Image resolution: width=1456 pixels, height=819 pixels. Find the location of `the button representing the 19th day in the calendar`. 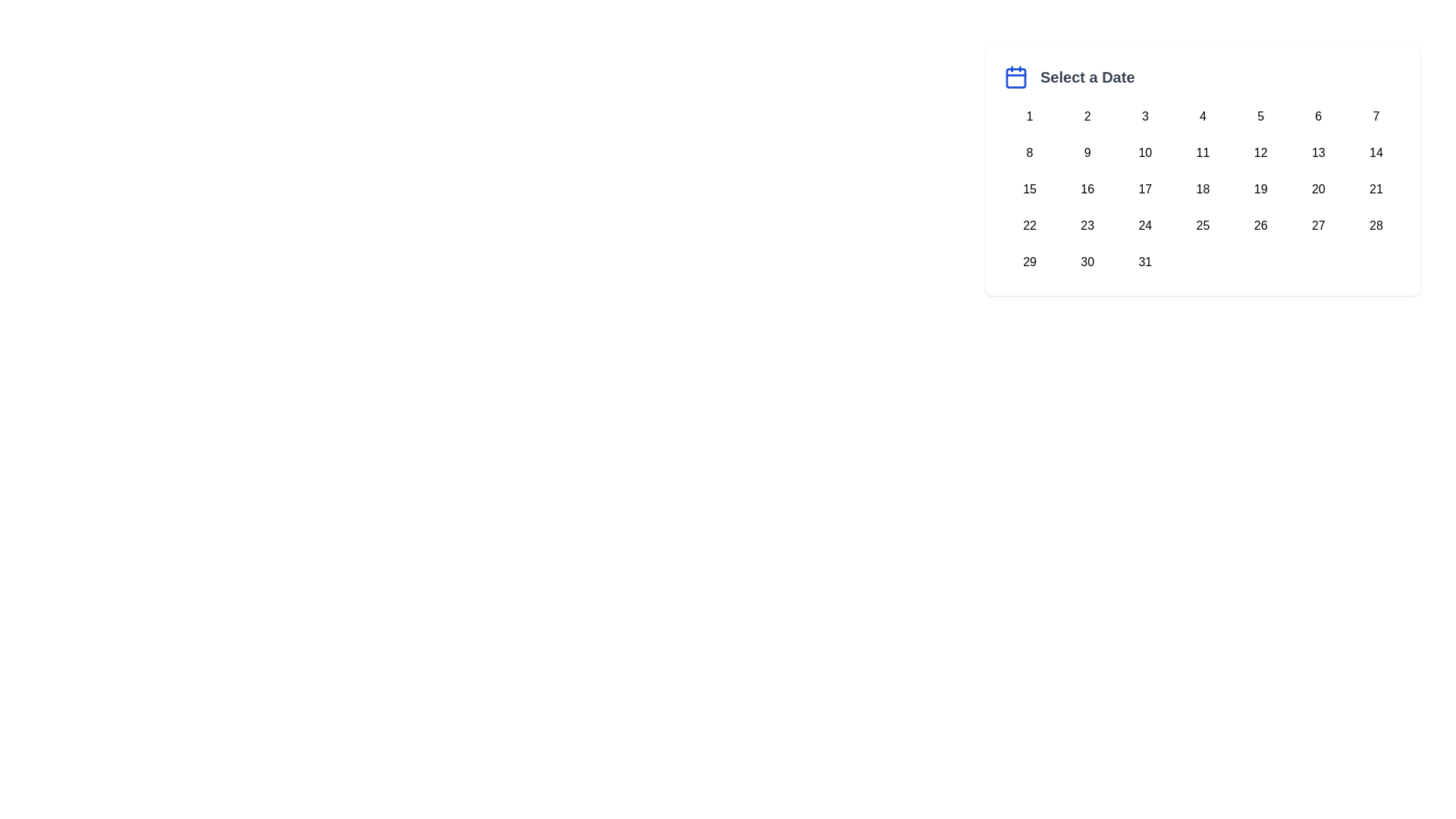

the button representing the 19th day in the calendar is located at coordinates (1260, 189).